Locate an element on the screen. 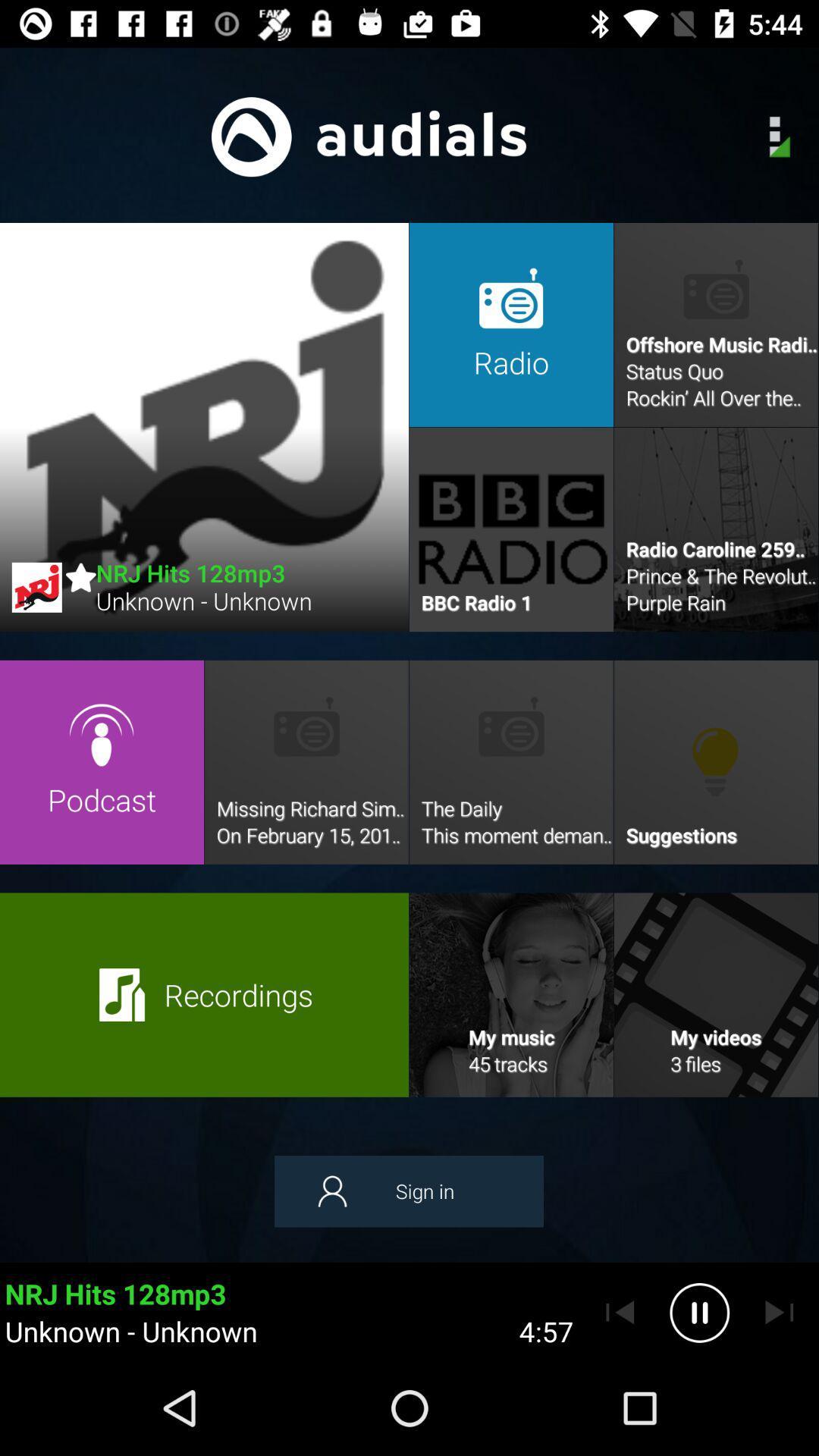  pause playback is located at coordinates (699, 1312).